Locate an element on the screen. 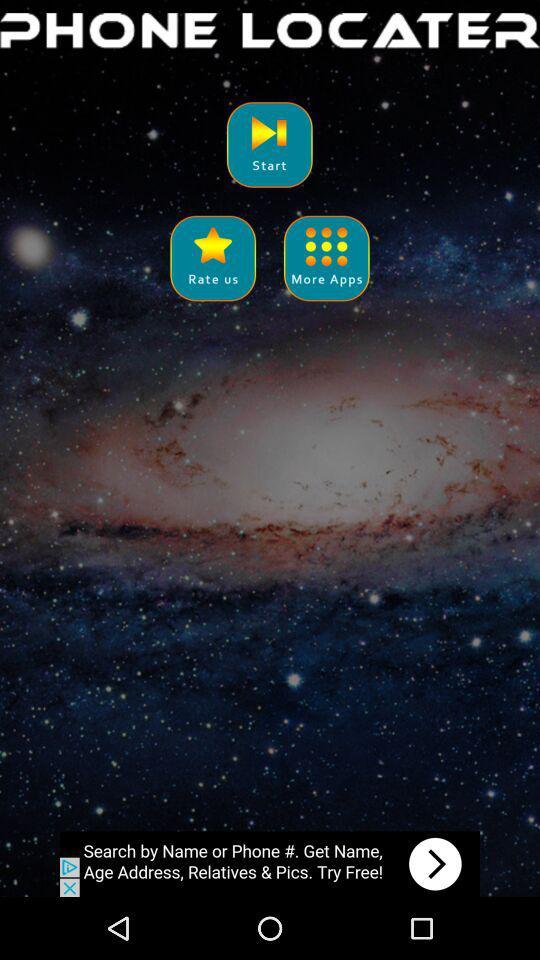 Image resolution: width=540 pixels, height=960 pixels. rate the app is located at coordinates (212, 257).